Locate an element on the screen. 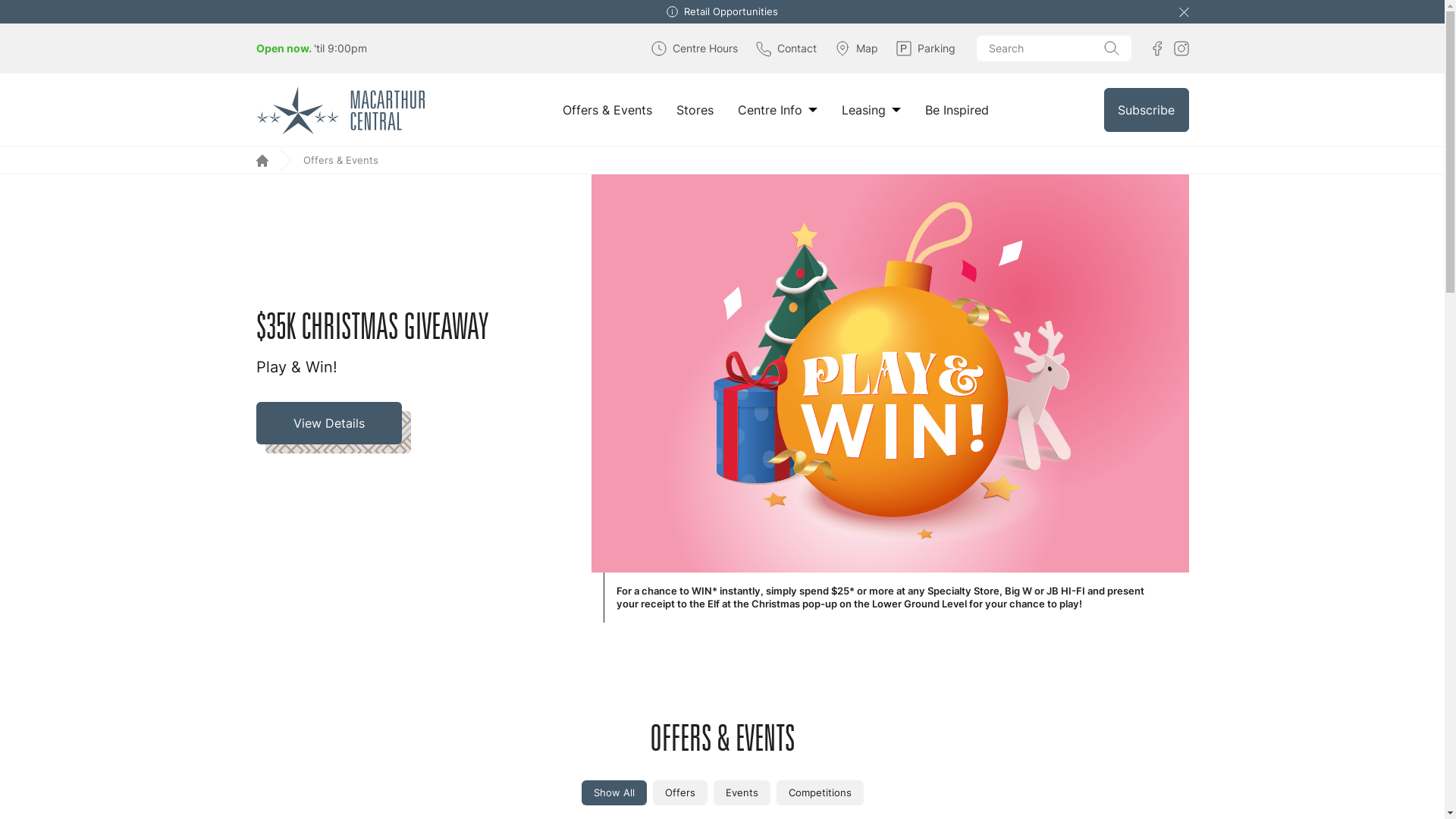  'Parking' is located at coordinates (924, 48).